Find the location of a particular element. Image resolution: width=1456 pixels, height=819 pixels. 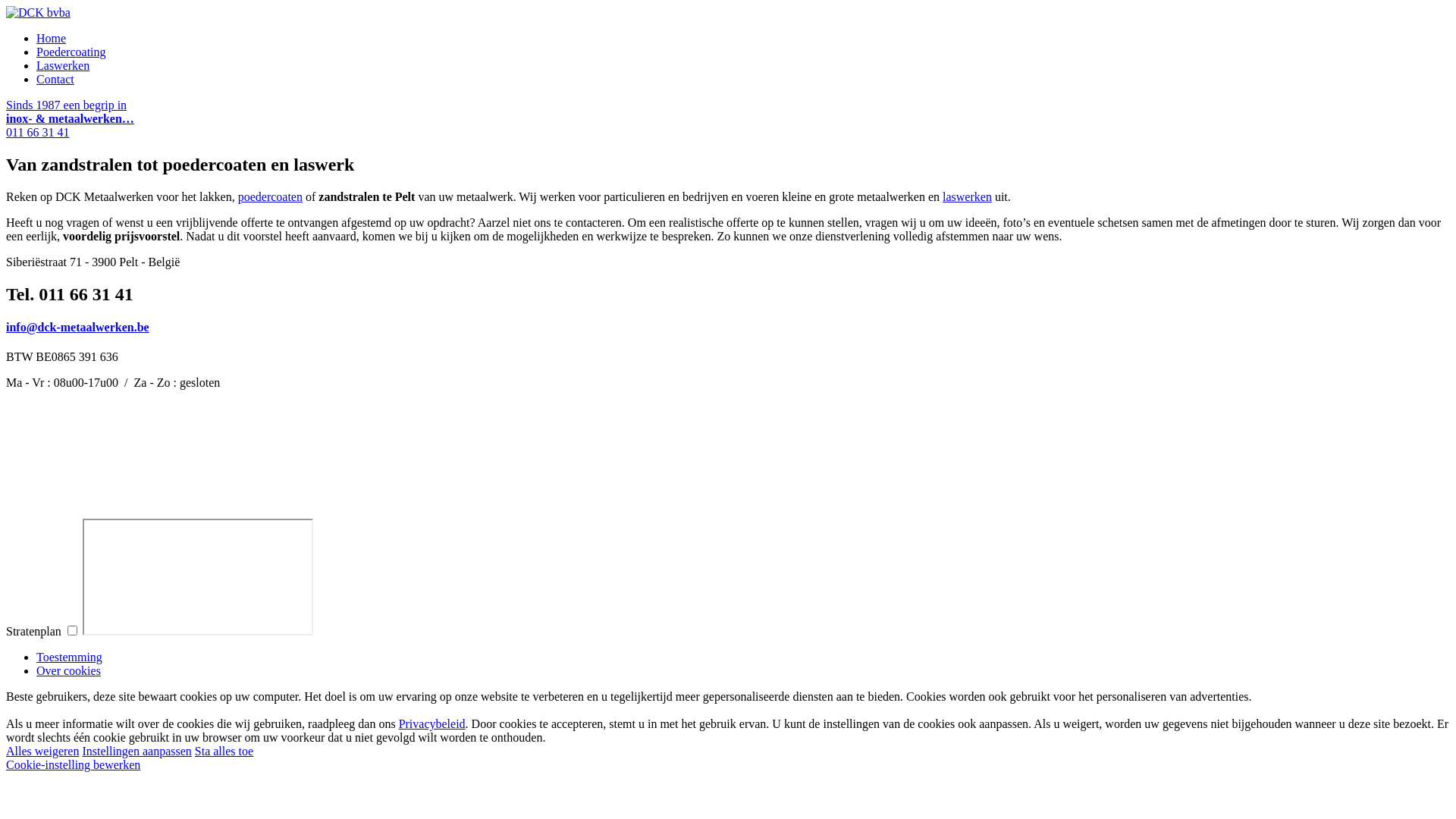

'info@dck-metaalwerken.be' is located at coordinates (77, 326).